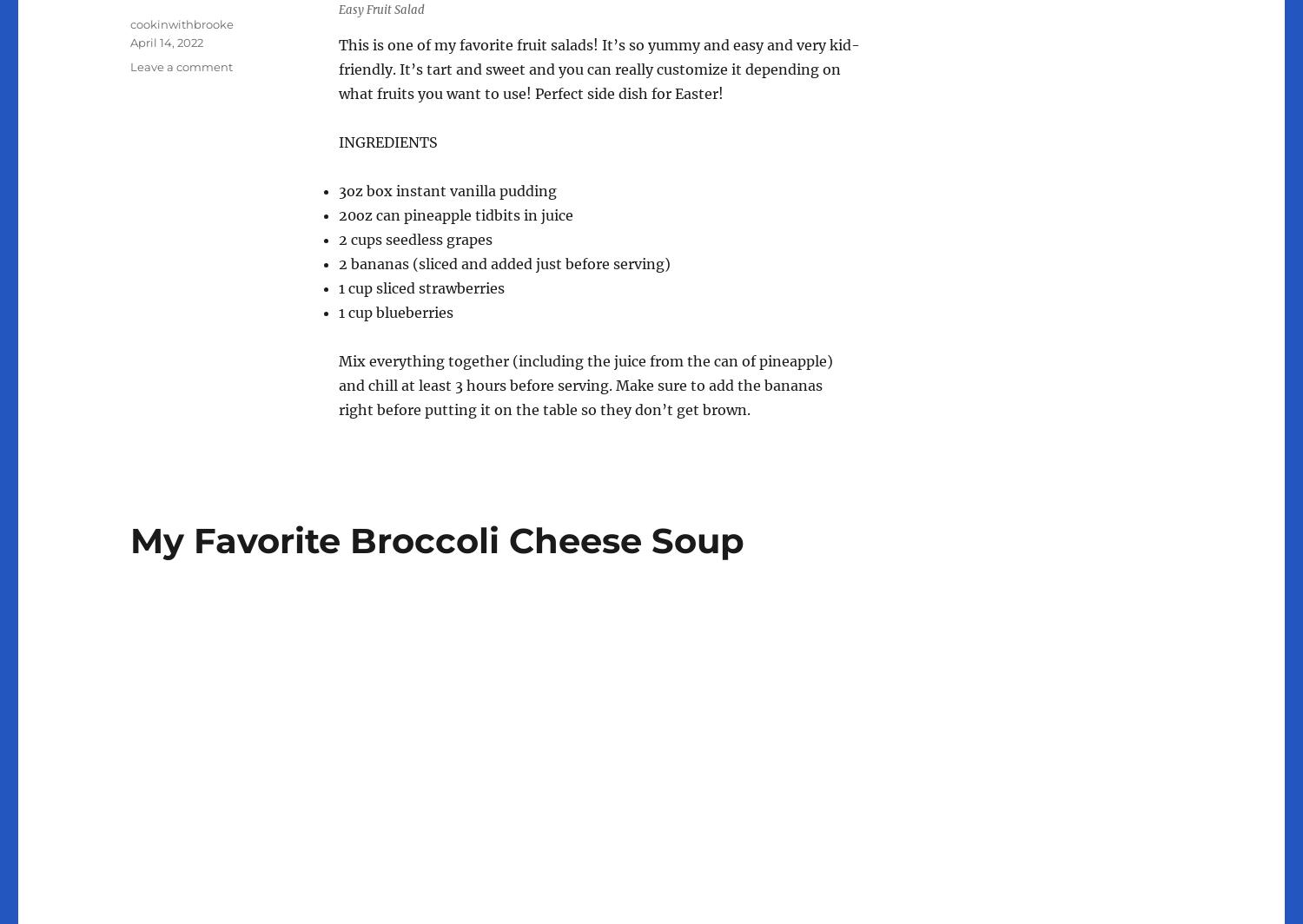  I want to click on '2 cups seedless grapes', so click(414, 240).